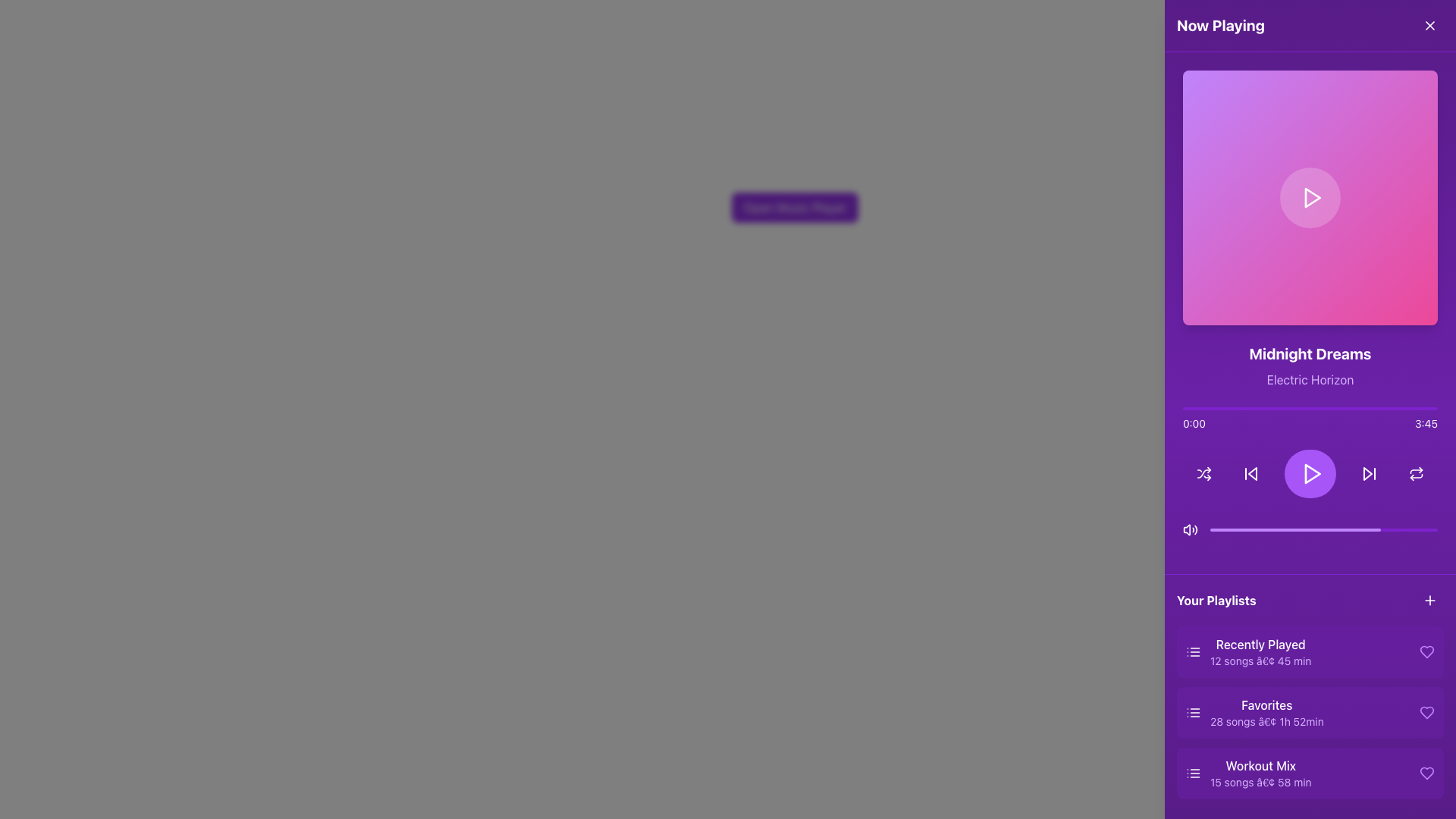 This screenshot has width=1456, height=819. What do you see at coordinates (1310, 419) in the screenshot?
I see `time labels '0:00' and '3:45' on the purple progress bar located below the title 'Midnight Dreams' and subtitle 'Electric Horizon' within the 'Now Playing' panel` at bounding box center [1310, 419].